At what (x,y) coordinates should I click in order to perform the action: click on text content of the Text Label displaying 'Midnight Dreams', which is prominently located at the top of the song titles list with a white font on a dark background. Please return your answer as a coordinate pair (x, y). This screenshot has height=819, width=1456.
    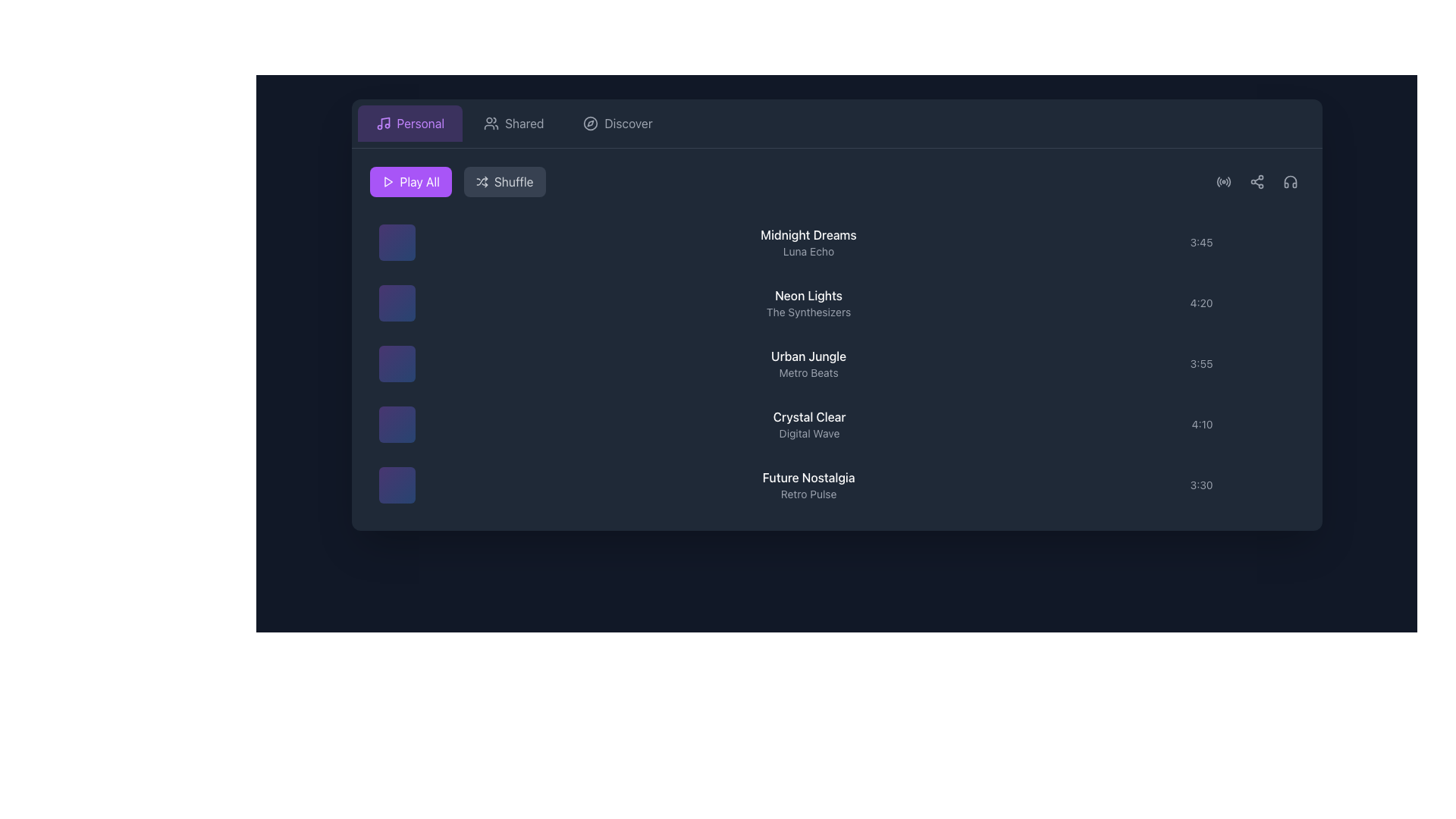
    Looking at the image, I should click on (808, 234).